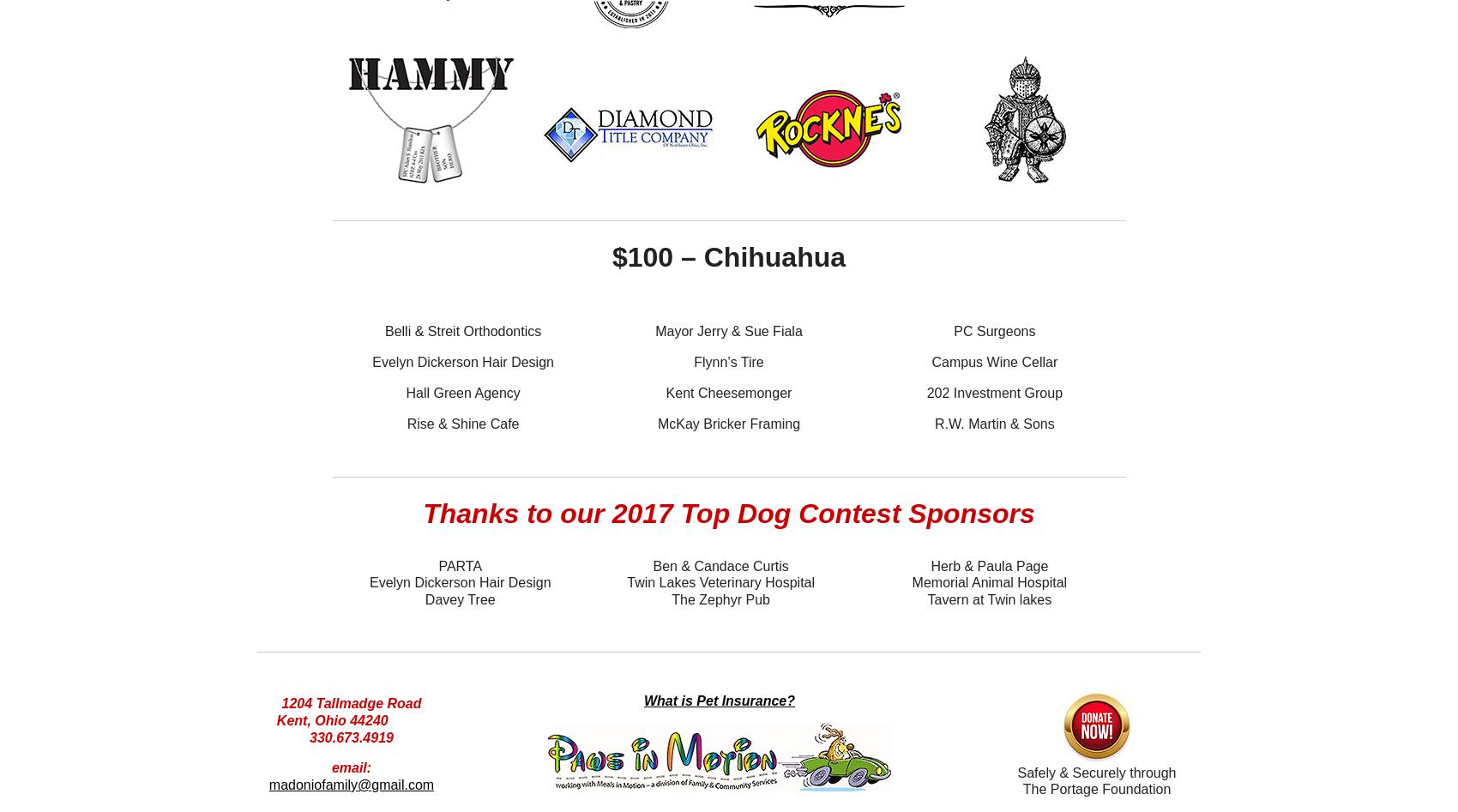  Describe the element at coordinates (1096, 788) in the screenshot. I see `'The Portage Foundation'` at that location.